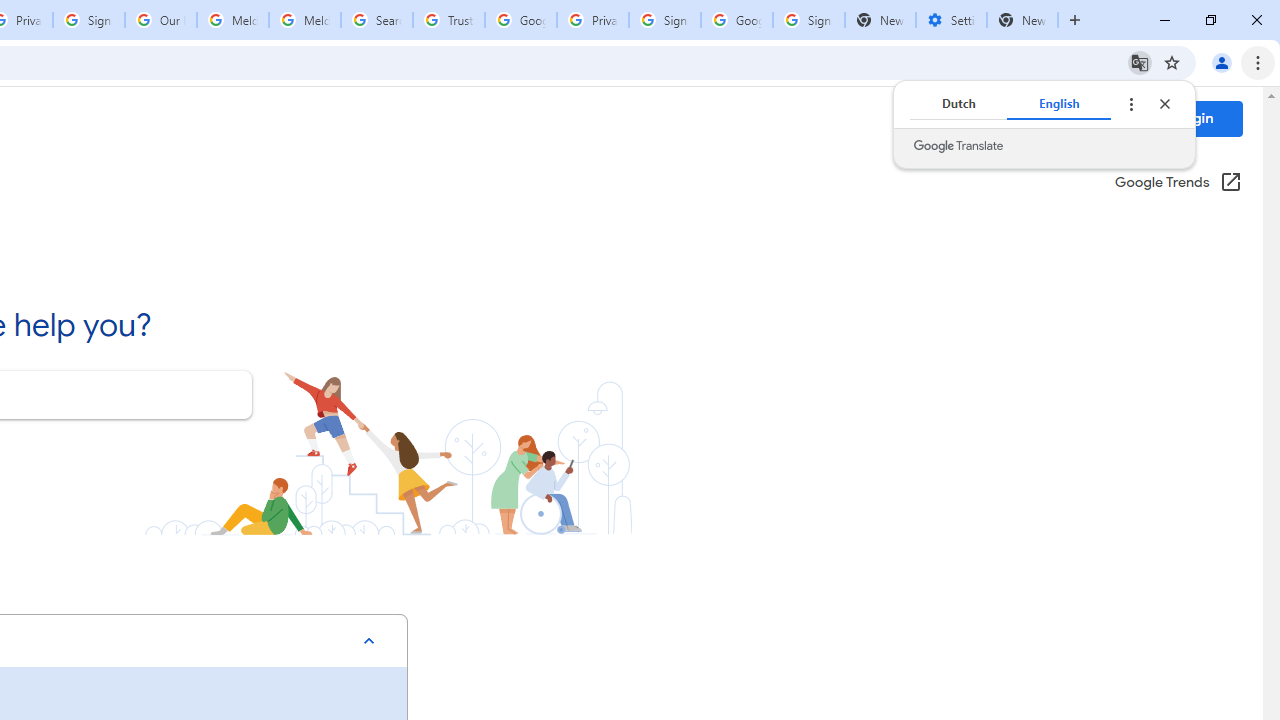  Describe the element at coordinates (808, 20) in the screenshot. I see `'Sign in - Google Accounts'` at that location.